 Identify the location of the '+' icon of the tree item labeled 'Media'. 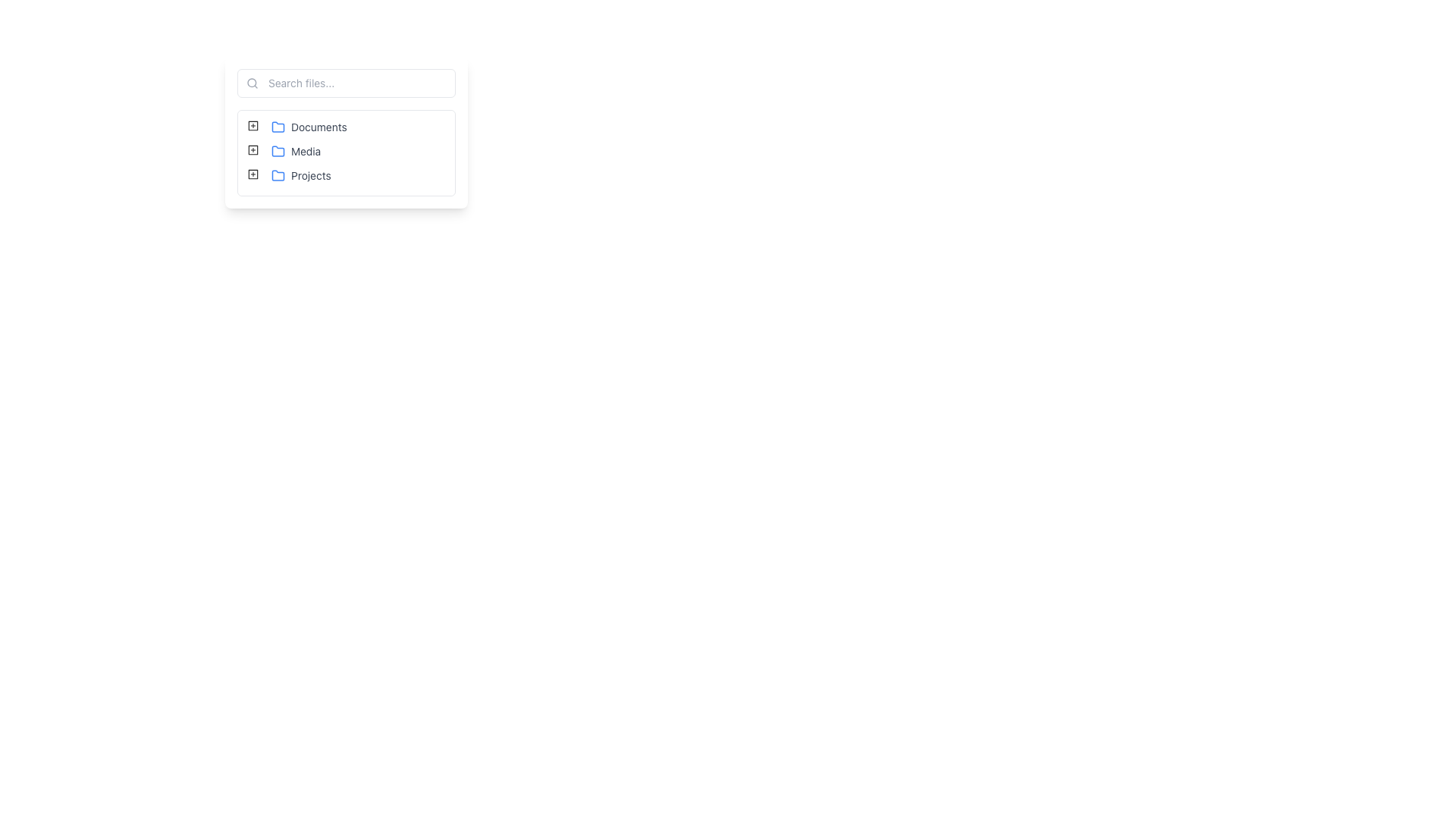
(285, 152).